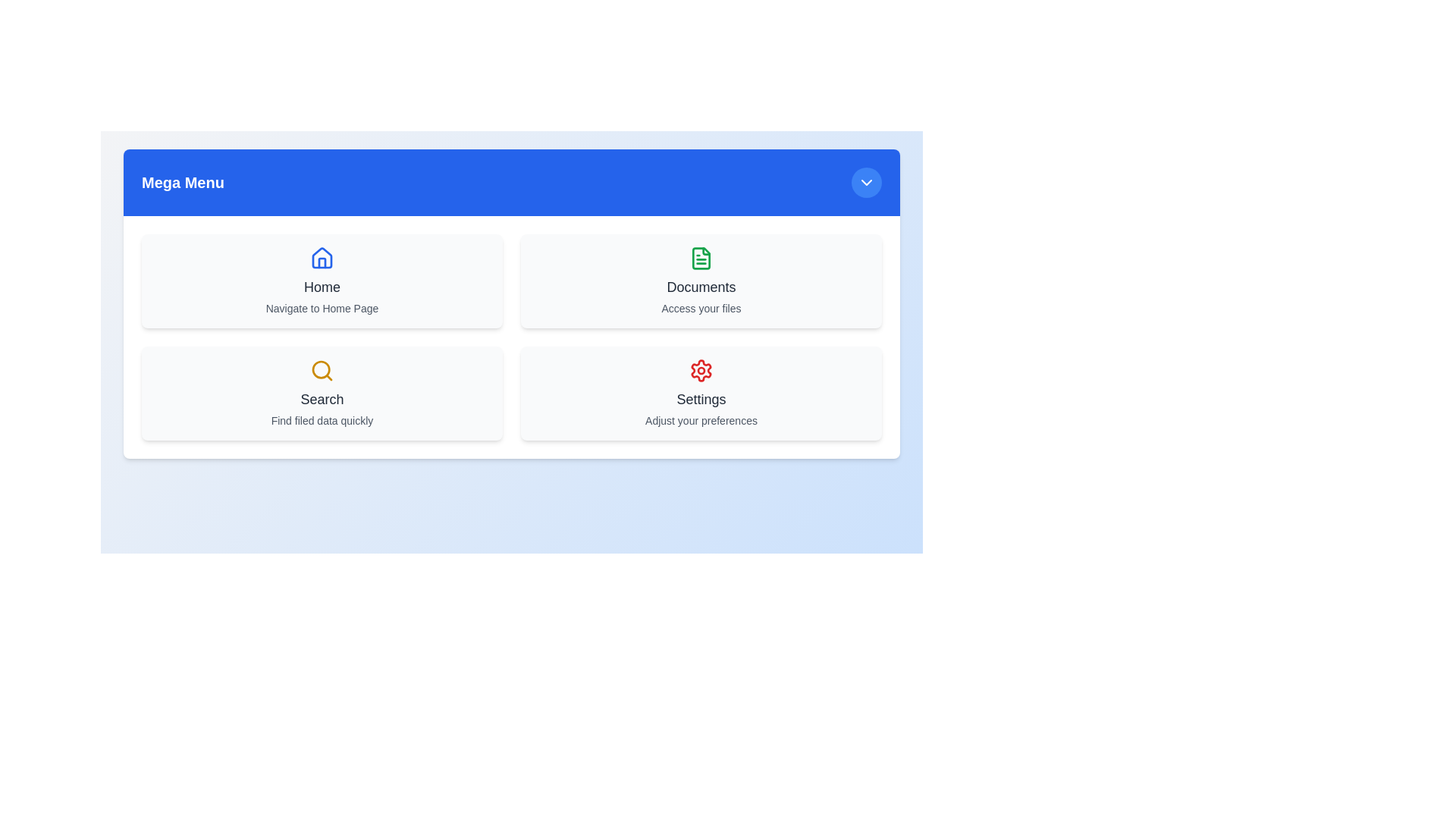  What do you see at coordinates (322, 393) in the screenshot?
I see `the center of the 'Search' card to initiate the search functionality` at bounding box center [322, 393].